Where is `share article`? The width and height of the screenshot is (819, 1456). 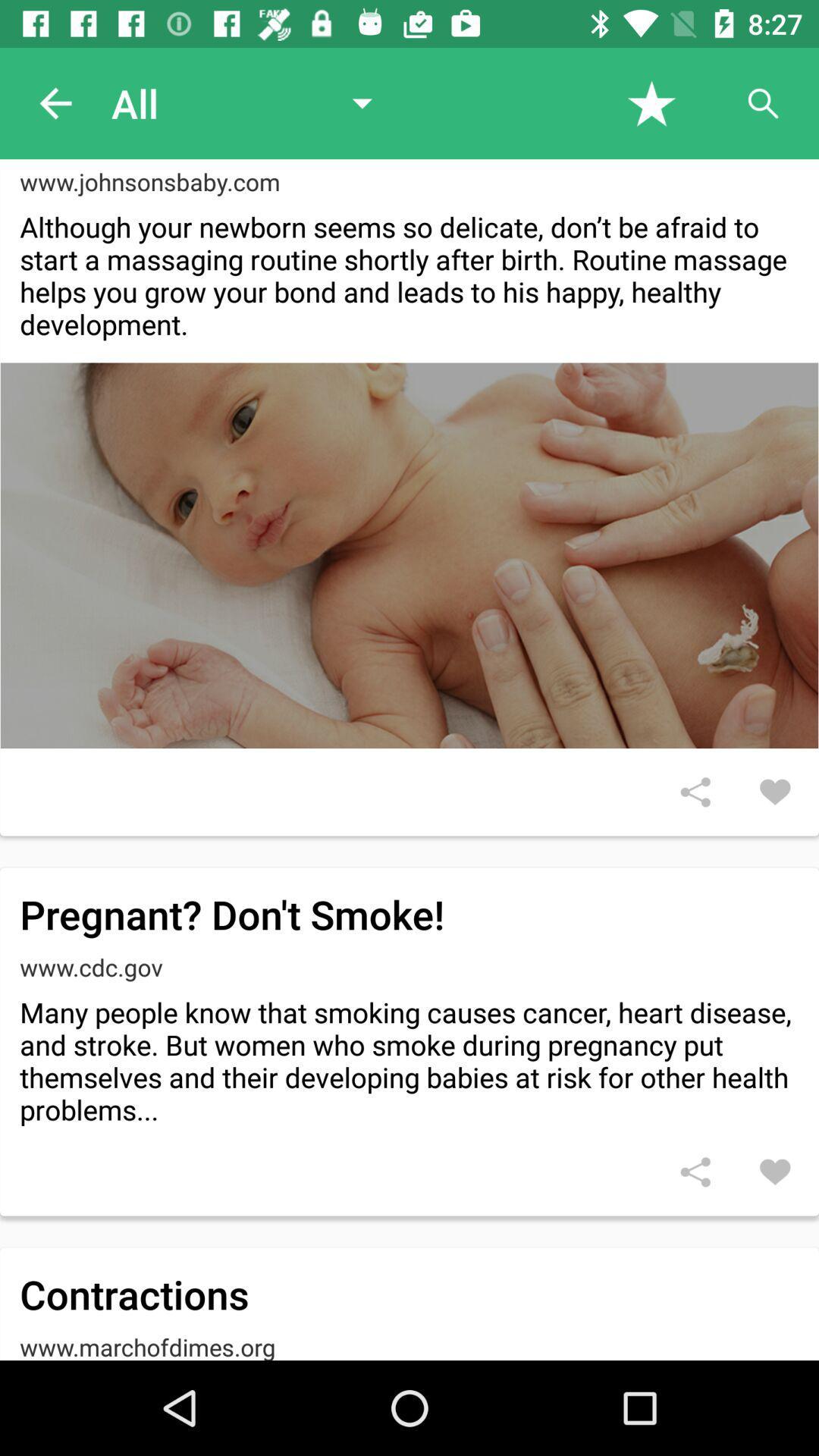
share article is located at coordinates (695, 791).